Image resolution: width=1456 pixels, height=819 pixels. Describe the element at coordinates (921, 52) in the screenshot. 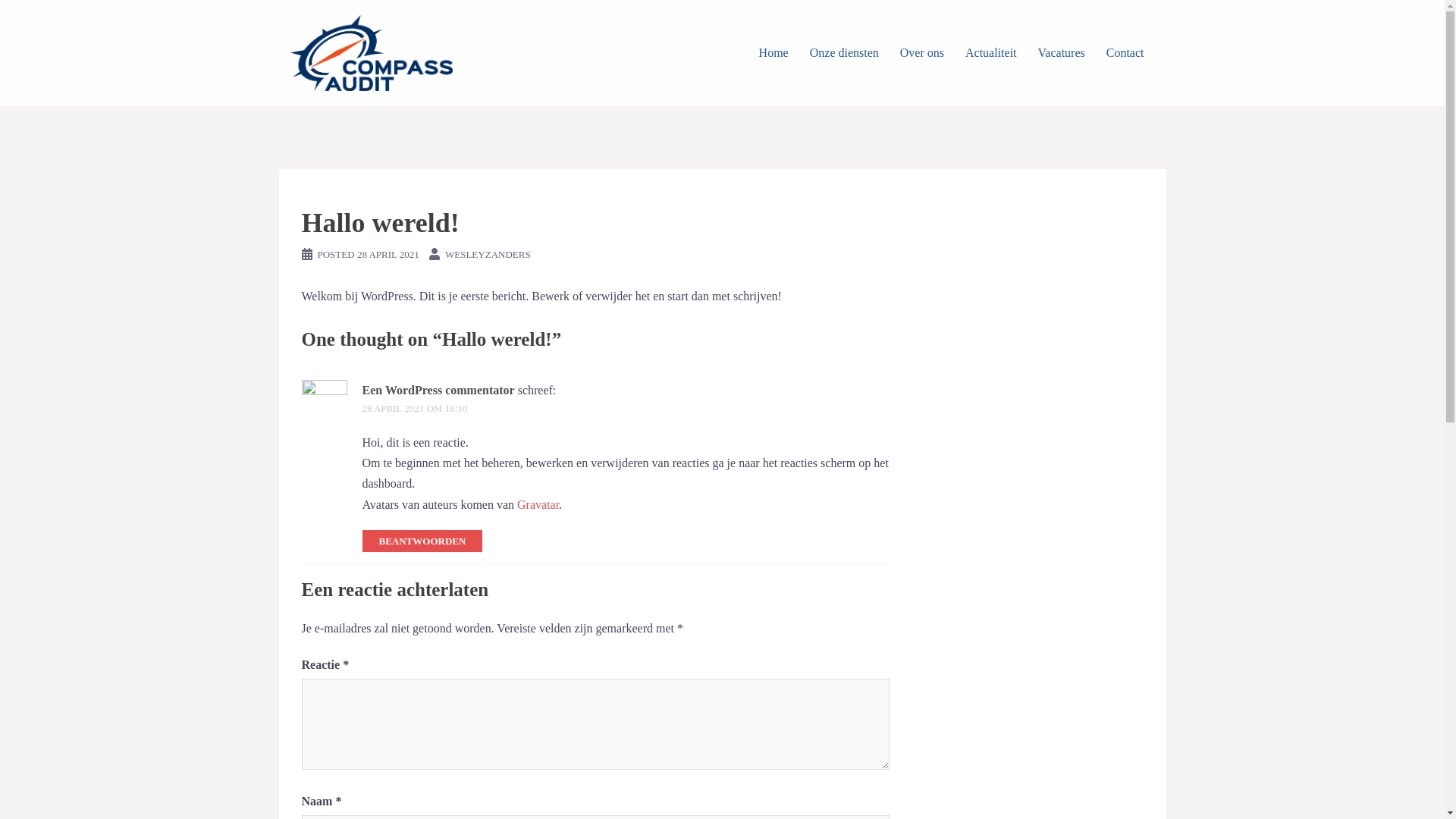

I see `'Over ons'` at that location.